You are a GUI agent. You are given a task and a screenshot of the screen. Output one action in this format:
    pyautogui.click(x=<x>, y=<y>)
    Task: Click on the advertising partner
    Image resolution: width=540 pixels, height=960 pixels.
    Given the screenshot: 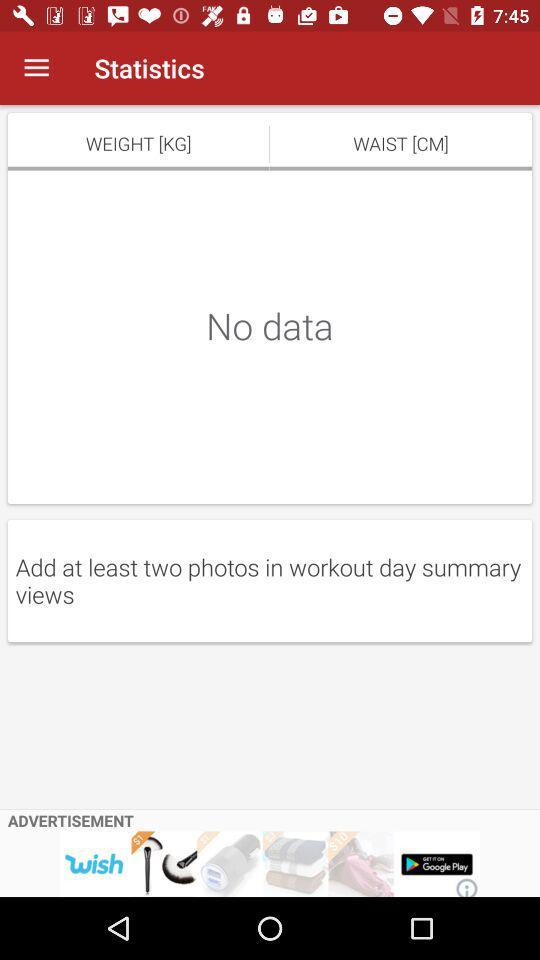 What is the action you would take?
    pyautogui.click(x=270, y=863)
    